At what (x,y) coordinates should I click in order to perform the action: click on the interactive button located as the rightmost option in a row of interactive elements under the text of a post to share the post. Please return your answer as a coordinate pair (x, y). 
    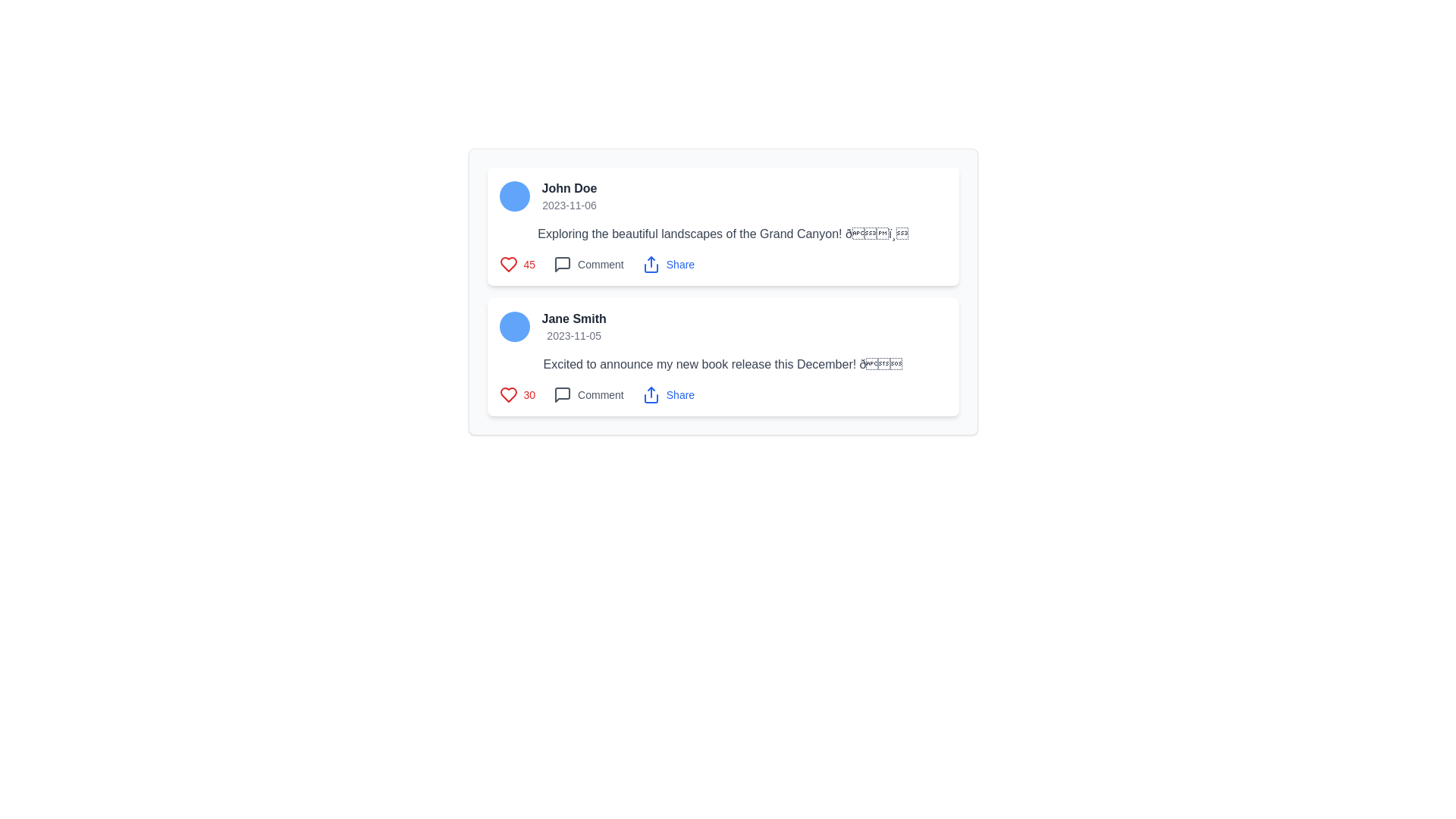
    Looking at the image, I should click on (667, 263).